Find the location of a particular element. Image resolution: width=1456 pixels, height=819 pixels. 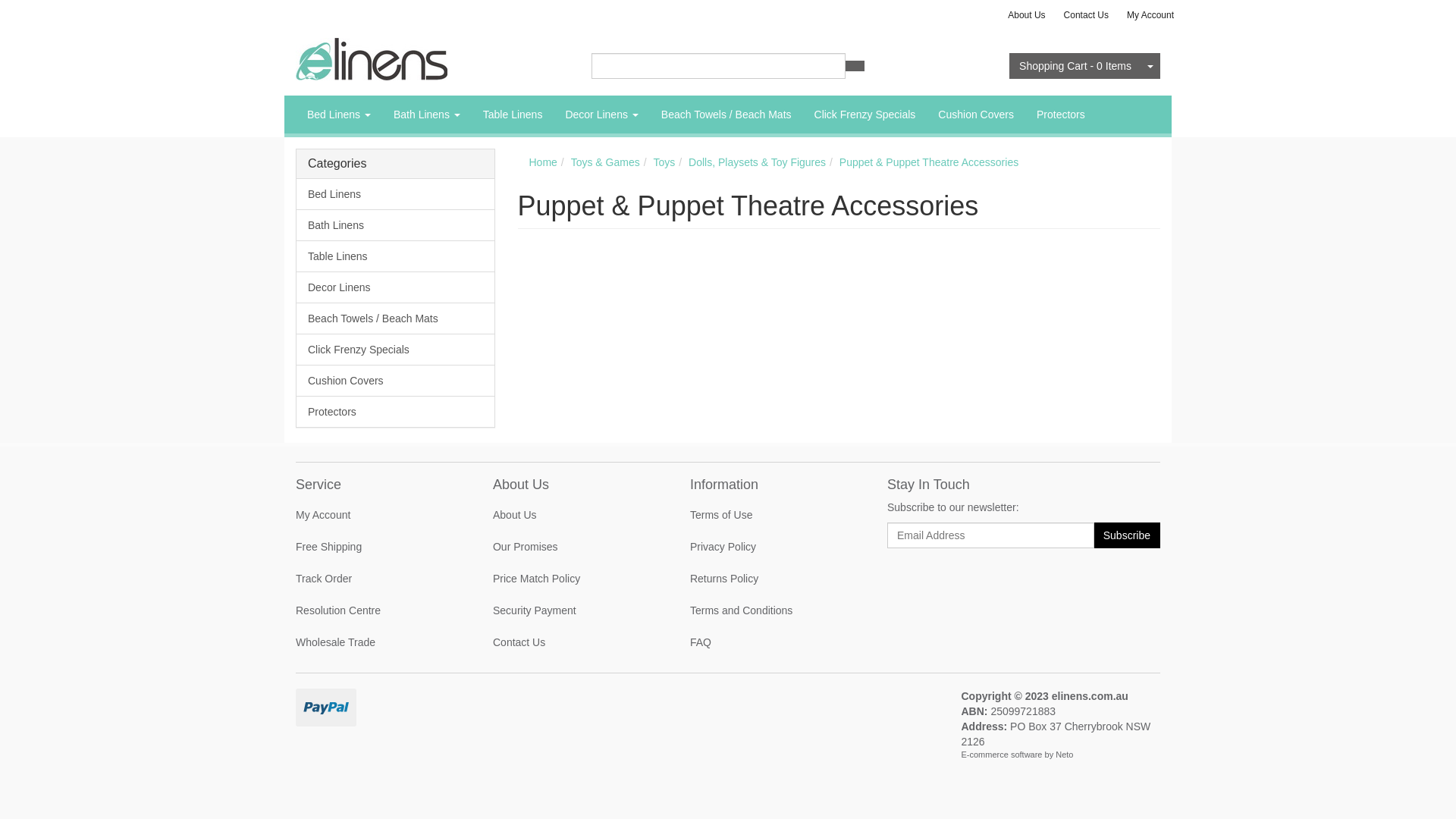

'Toys & Games' is located at coordinates (604, 162).